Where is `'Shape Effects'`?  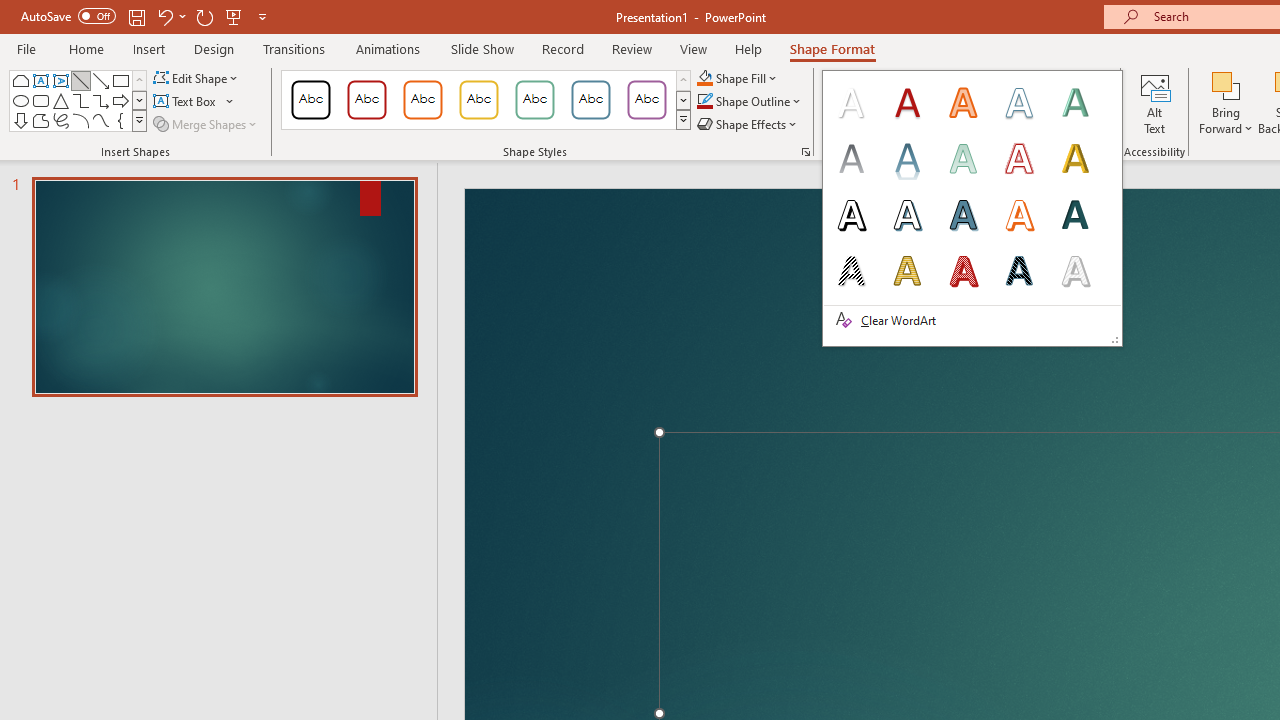
'Shape Effects' is located at coordinates (747, 124).